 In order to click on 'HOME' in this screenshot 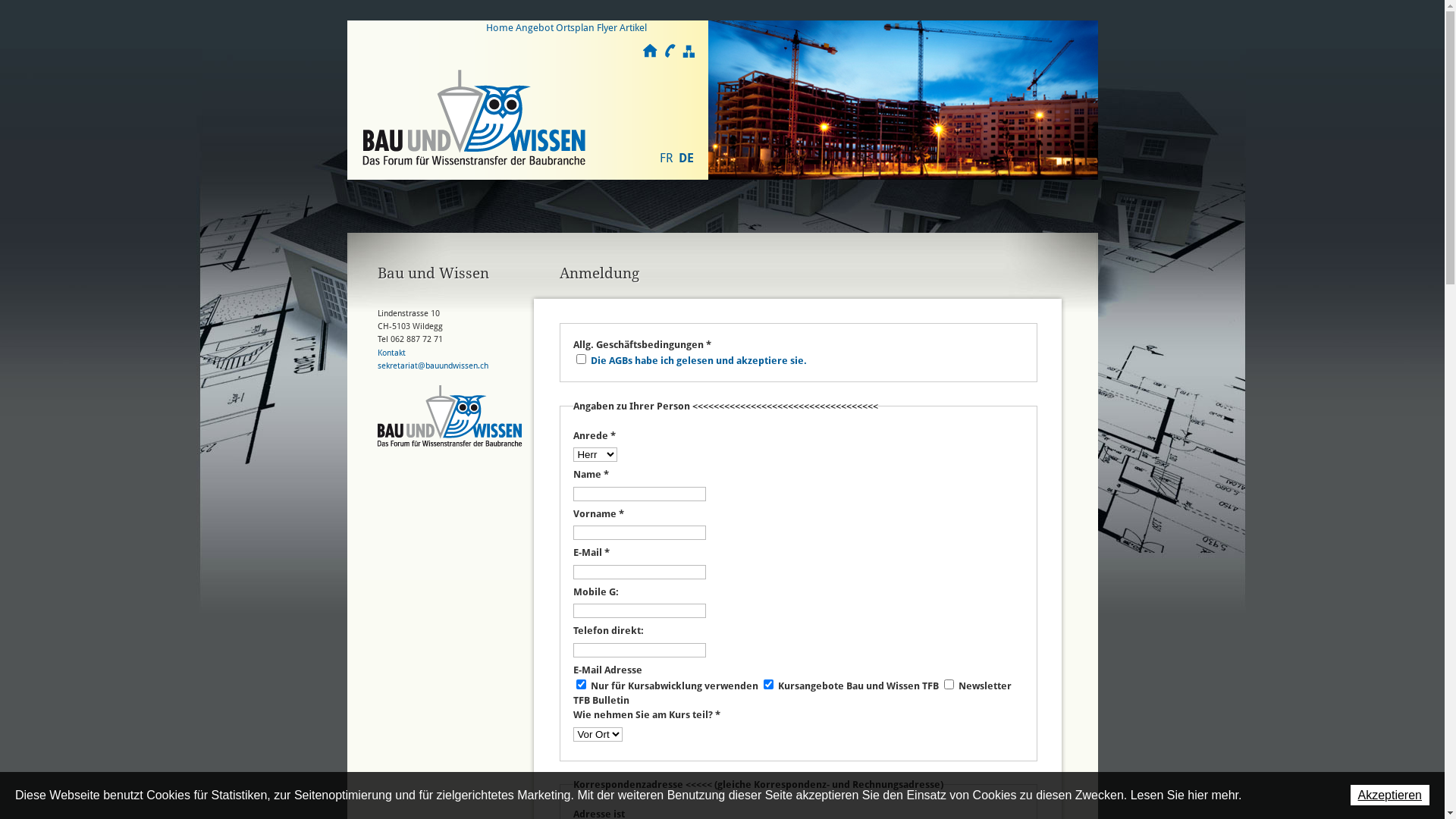, I will do `click(643, 50)`.